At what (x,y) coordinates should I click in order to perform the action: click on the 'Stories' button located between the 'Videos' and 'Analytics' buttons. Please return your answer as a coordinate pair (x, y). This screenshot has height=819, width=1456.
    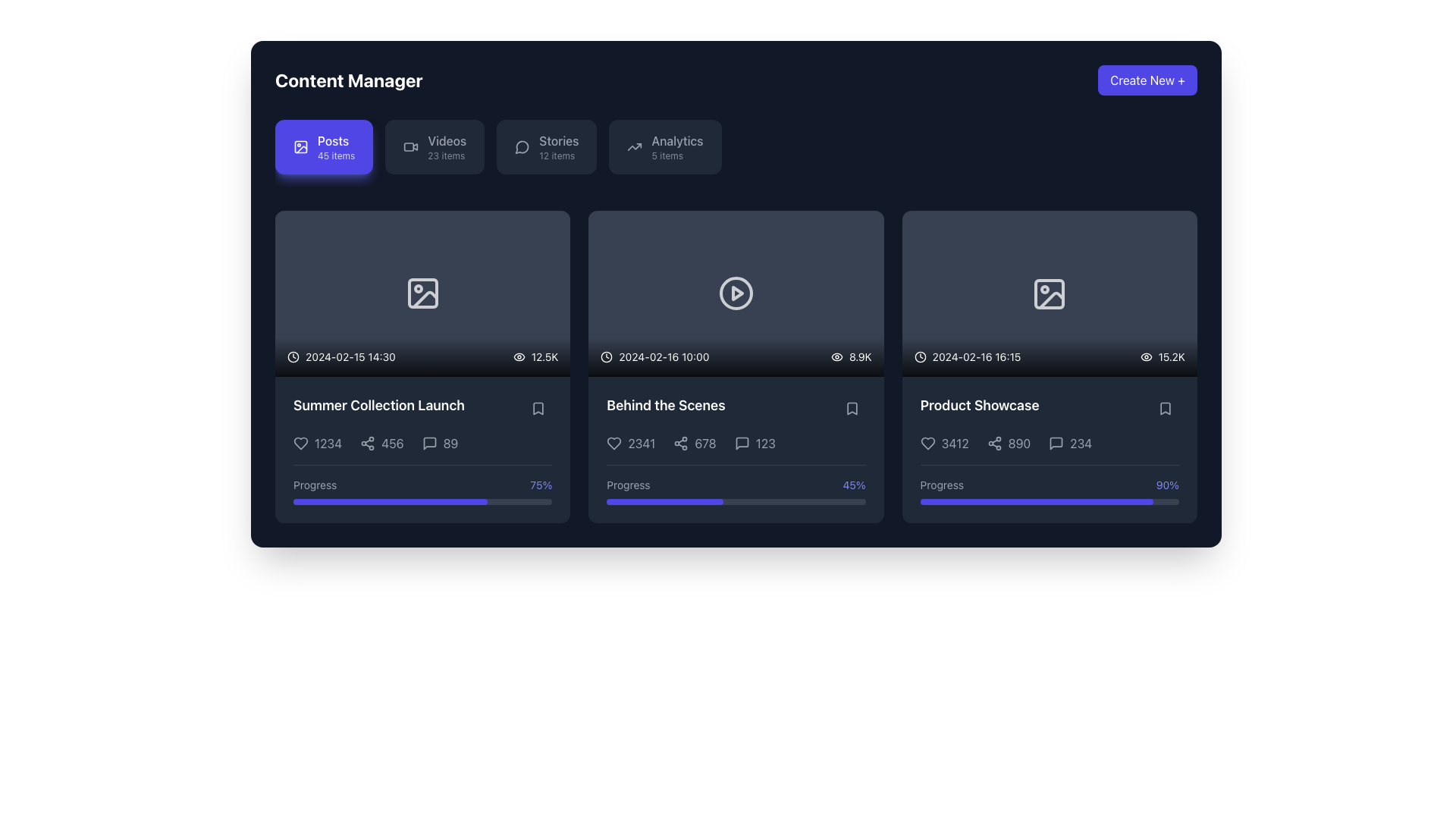
    Looking at the image, I should click on (546, 146).